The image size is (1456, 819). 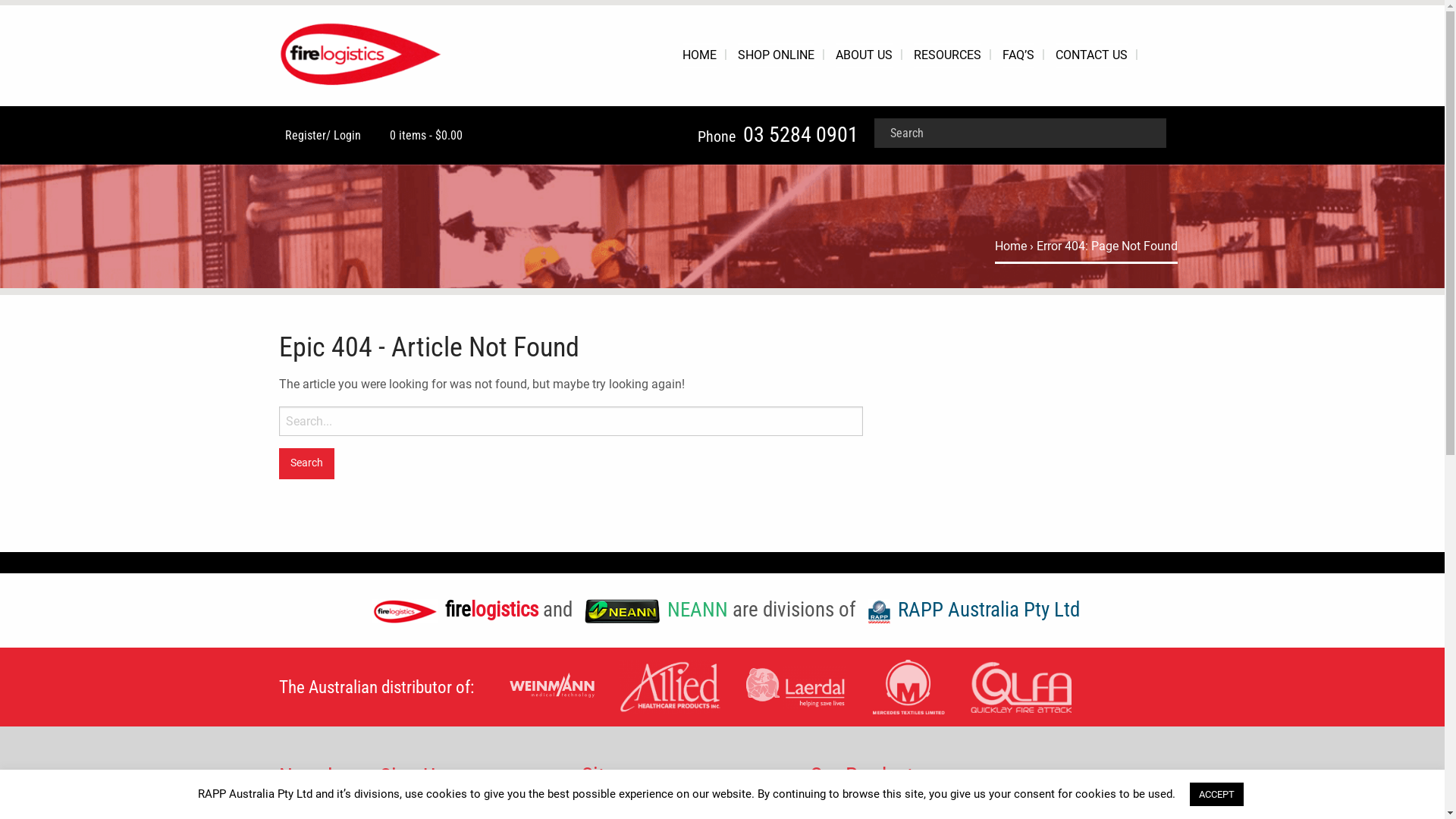 I want to click on 'ABOUT US', so click(x=835, y=55).